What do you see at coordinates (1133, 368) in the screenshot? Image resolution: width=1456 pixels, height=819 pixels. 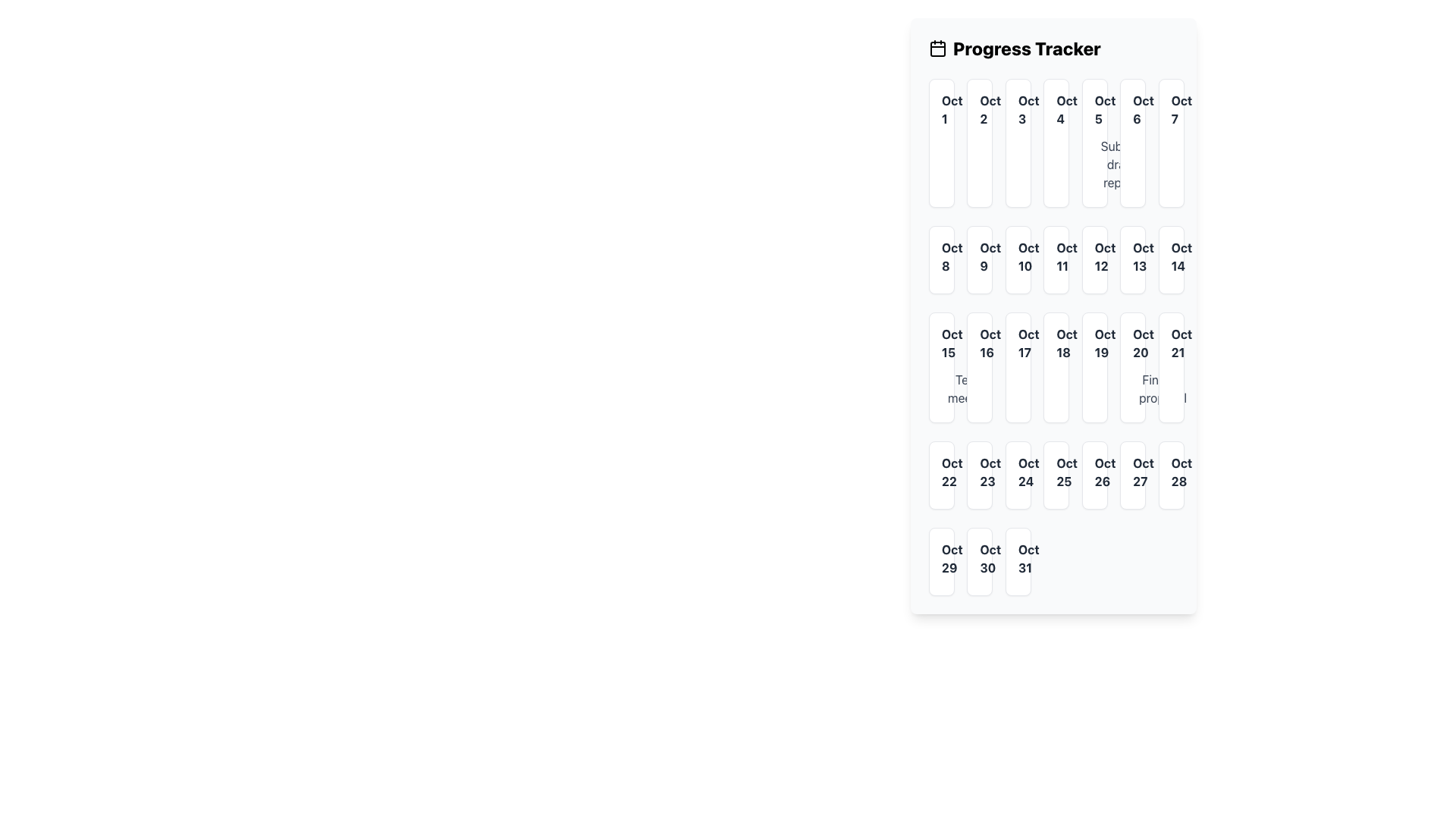 I see `events associated with the day tile component displaying 'Oct 20' and 'Finalize proposal'` at bounding box center [1133, 368].